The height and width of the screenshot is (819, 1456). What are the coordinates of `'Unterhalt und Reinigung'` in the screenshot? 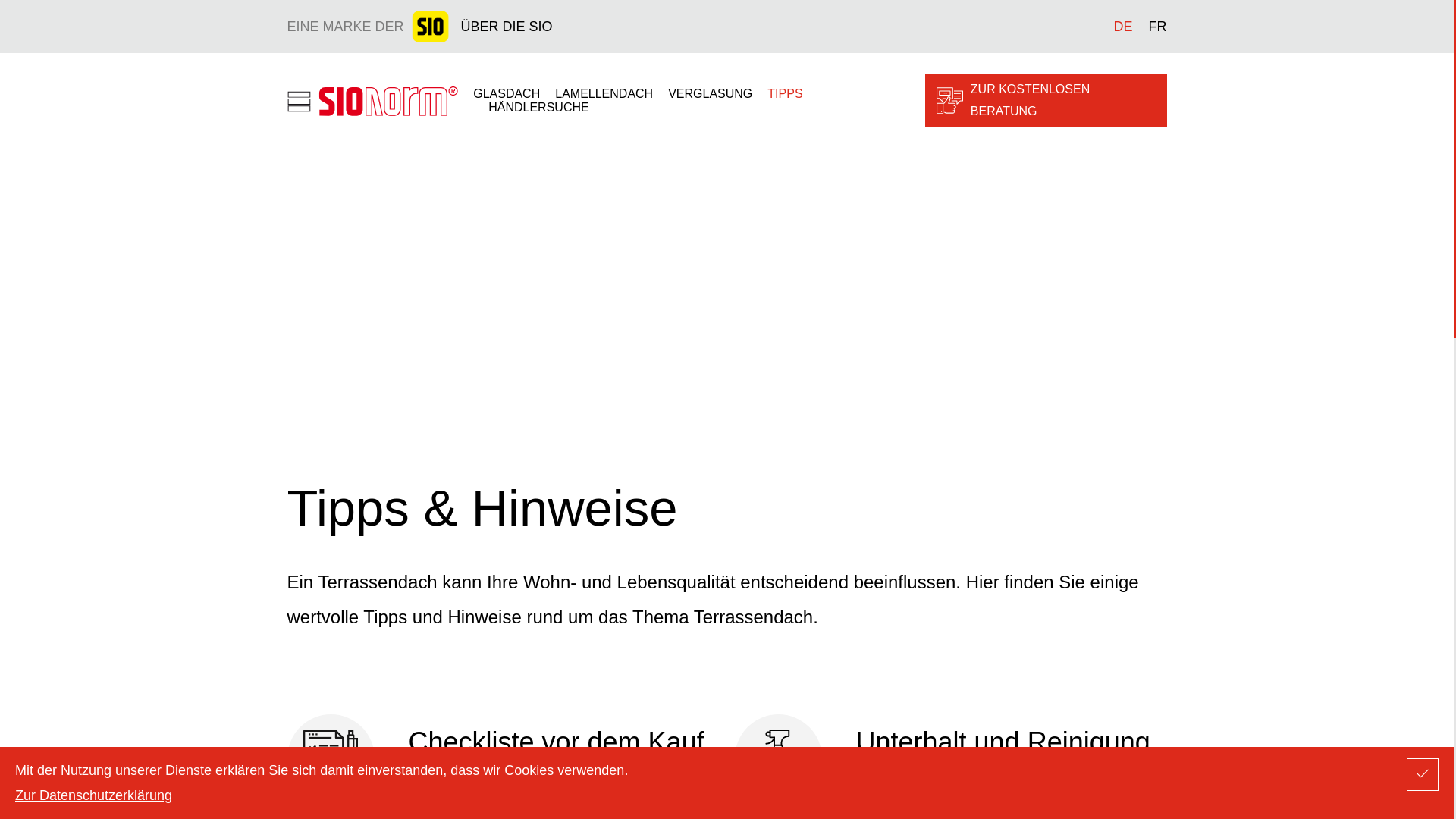 It's located at (949, 758).